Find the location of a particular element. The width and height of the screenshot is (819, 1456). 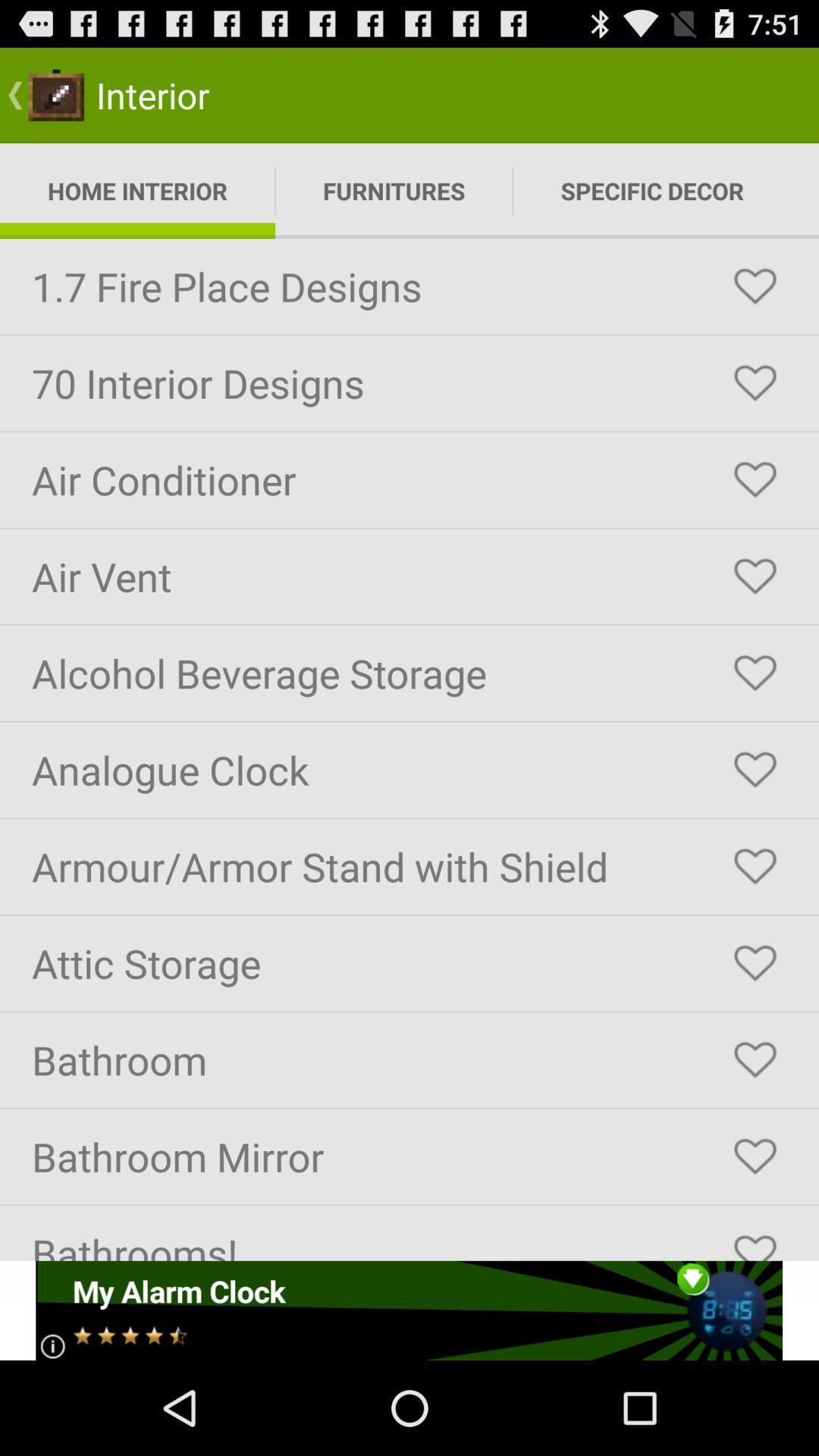

my alaram clock is located at coordinates (408, 1310).